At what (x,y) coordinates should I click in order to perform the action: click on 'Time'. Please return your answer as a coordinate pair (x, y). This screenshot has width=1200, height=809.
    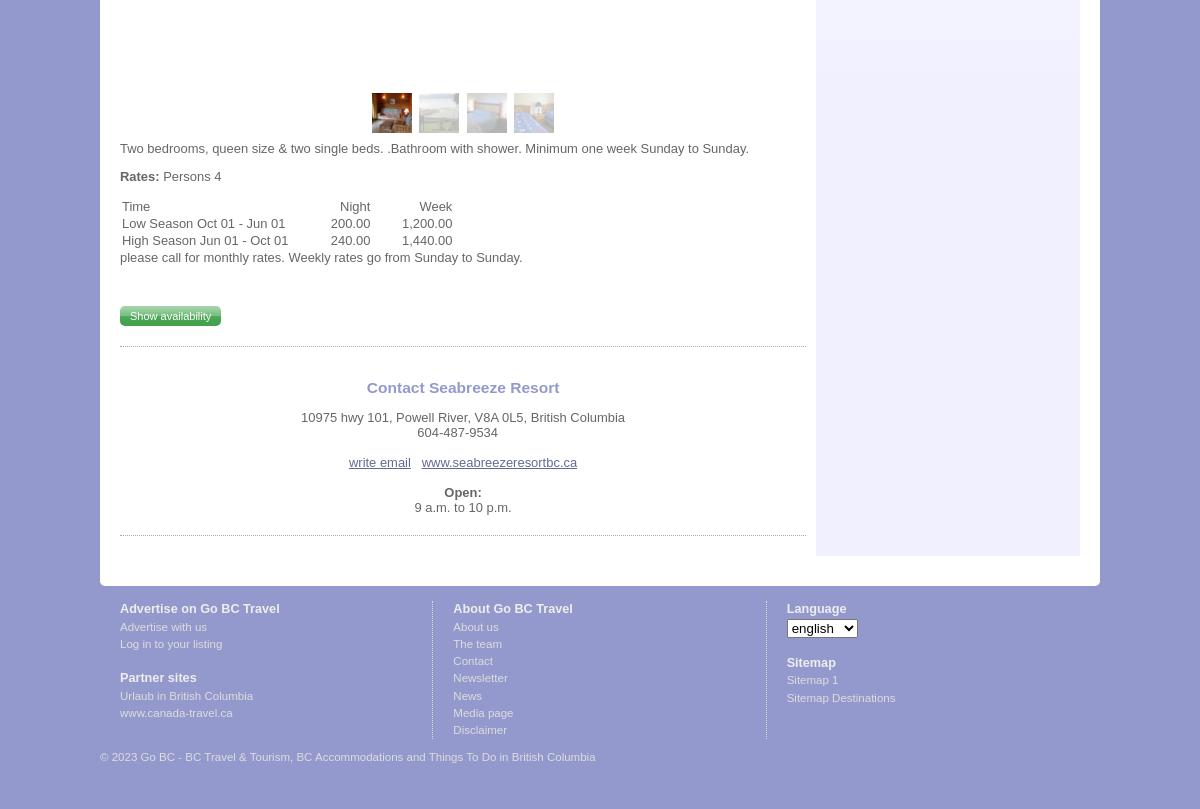
    Looking at the image, I should click on (135, 204).